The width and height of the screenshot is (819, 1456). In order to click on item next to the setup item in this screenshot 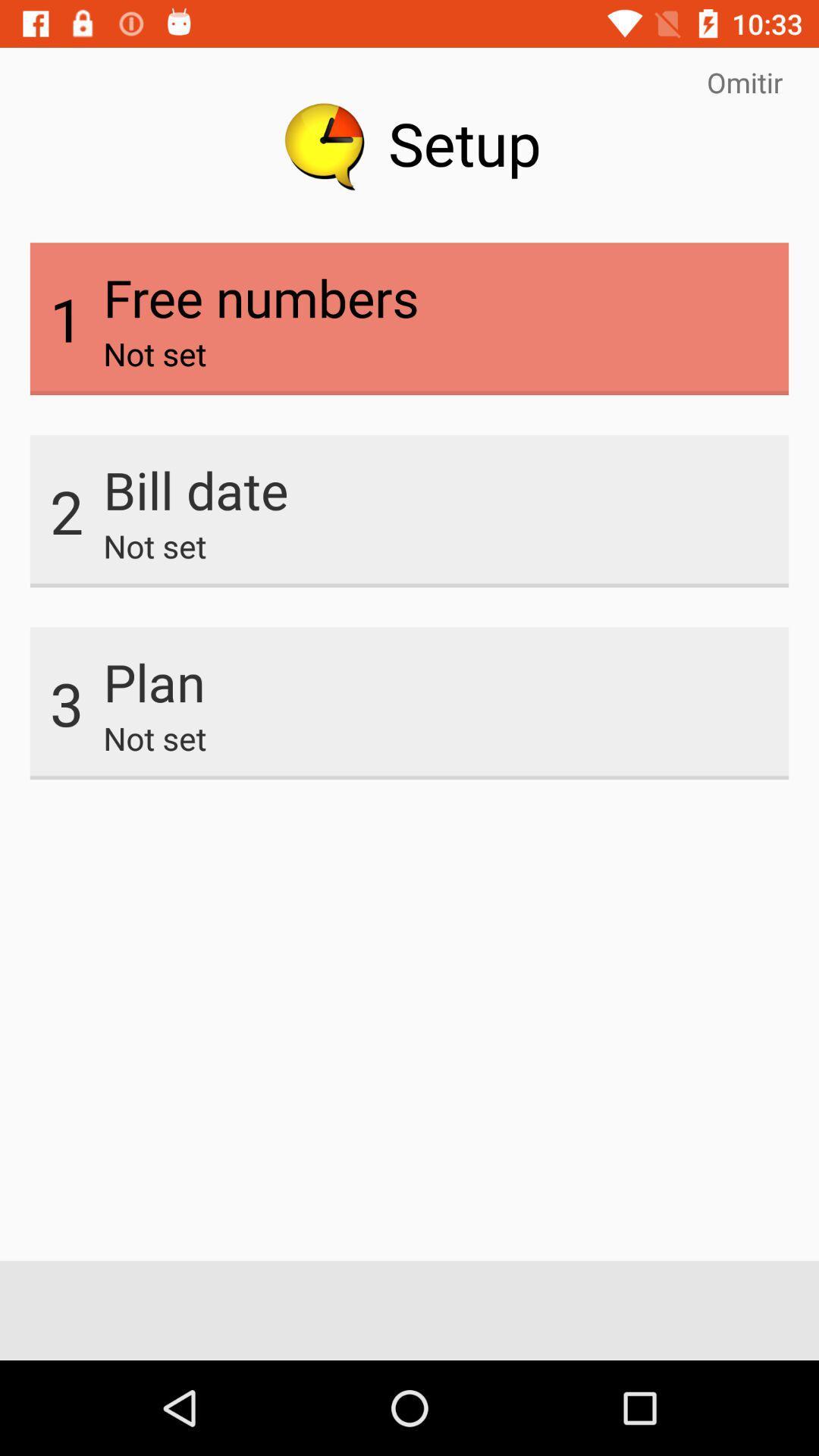, I will do `click(744, 81)`.